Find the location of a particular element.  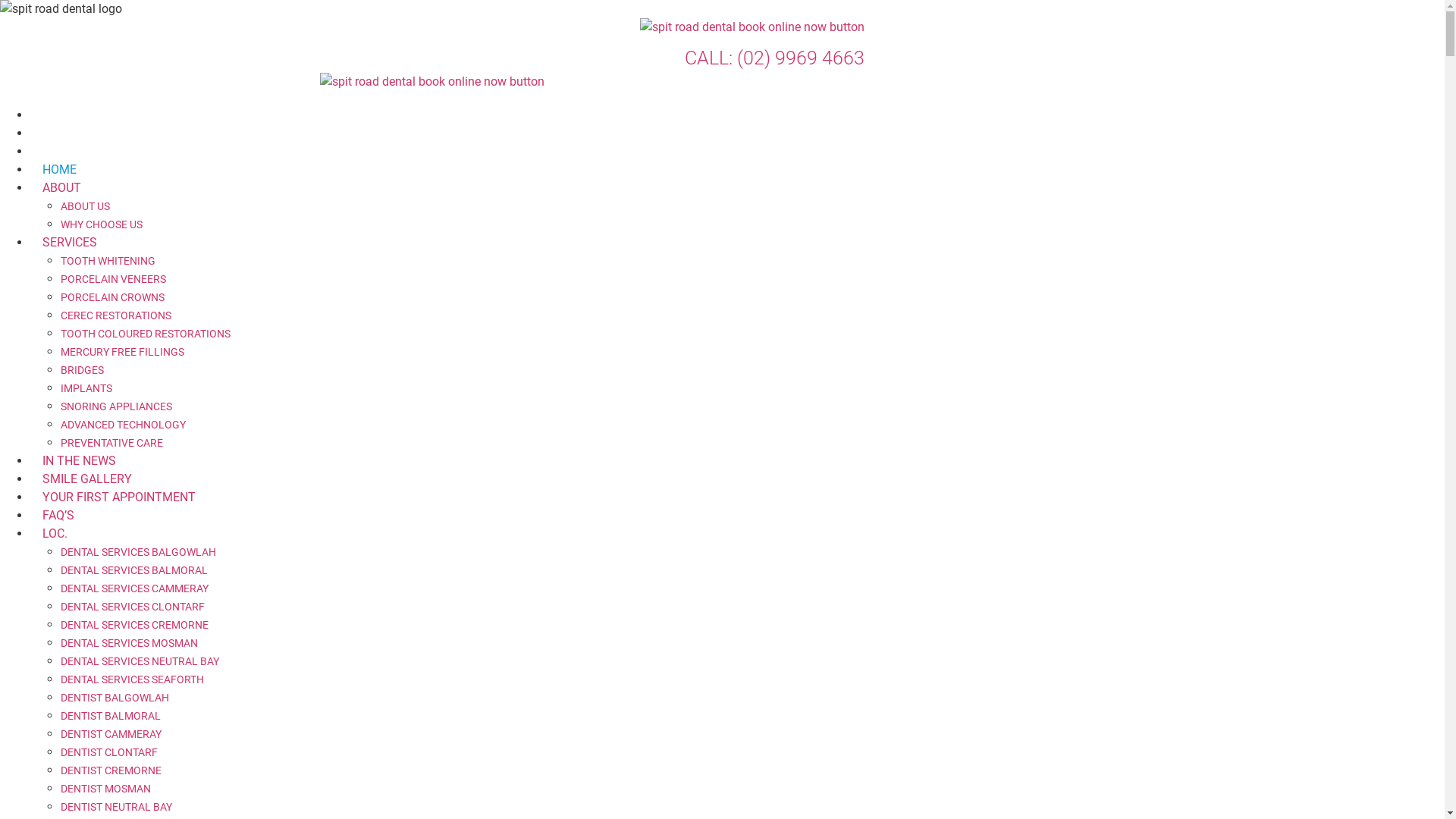

'SNORING APPLIANCES' is located at coordinates (115, 406).